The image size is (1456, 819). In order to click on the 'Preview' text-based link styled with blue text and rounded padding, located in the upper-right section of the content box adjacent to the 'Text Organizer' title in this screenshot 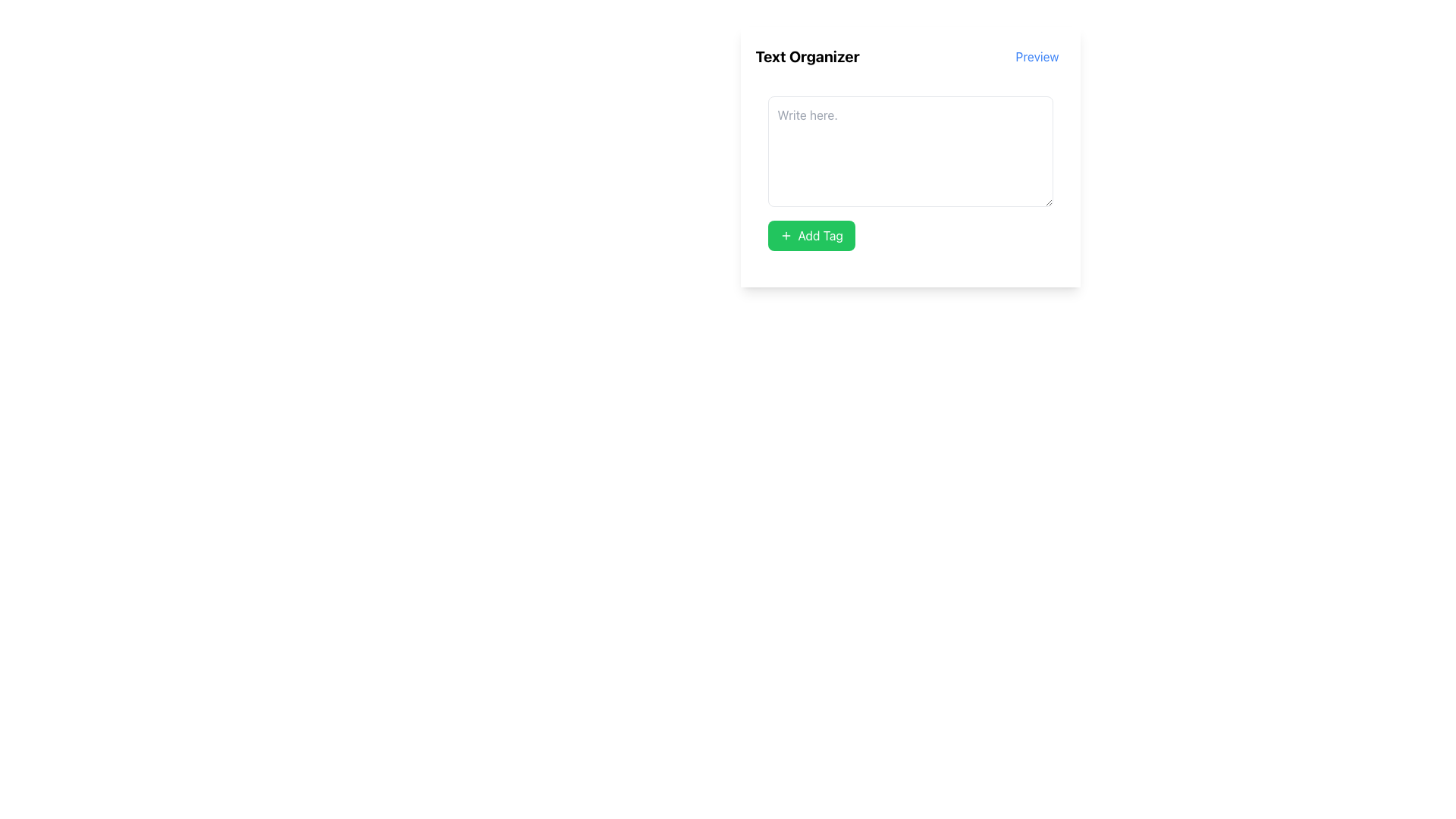, I will do `click(1037, 55)`.